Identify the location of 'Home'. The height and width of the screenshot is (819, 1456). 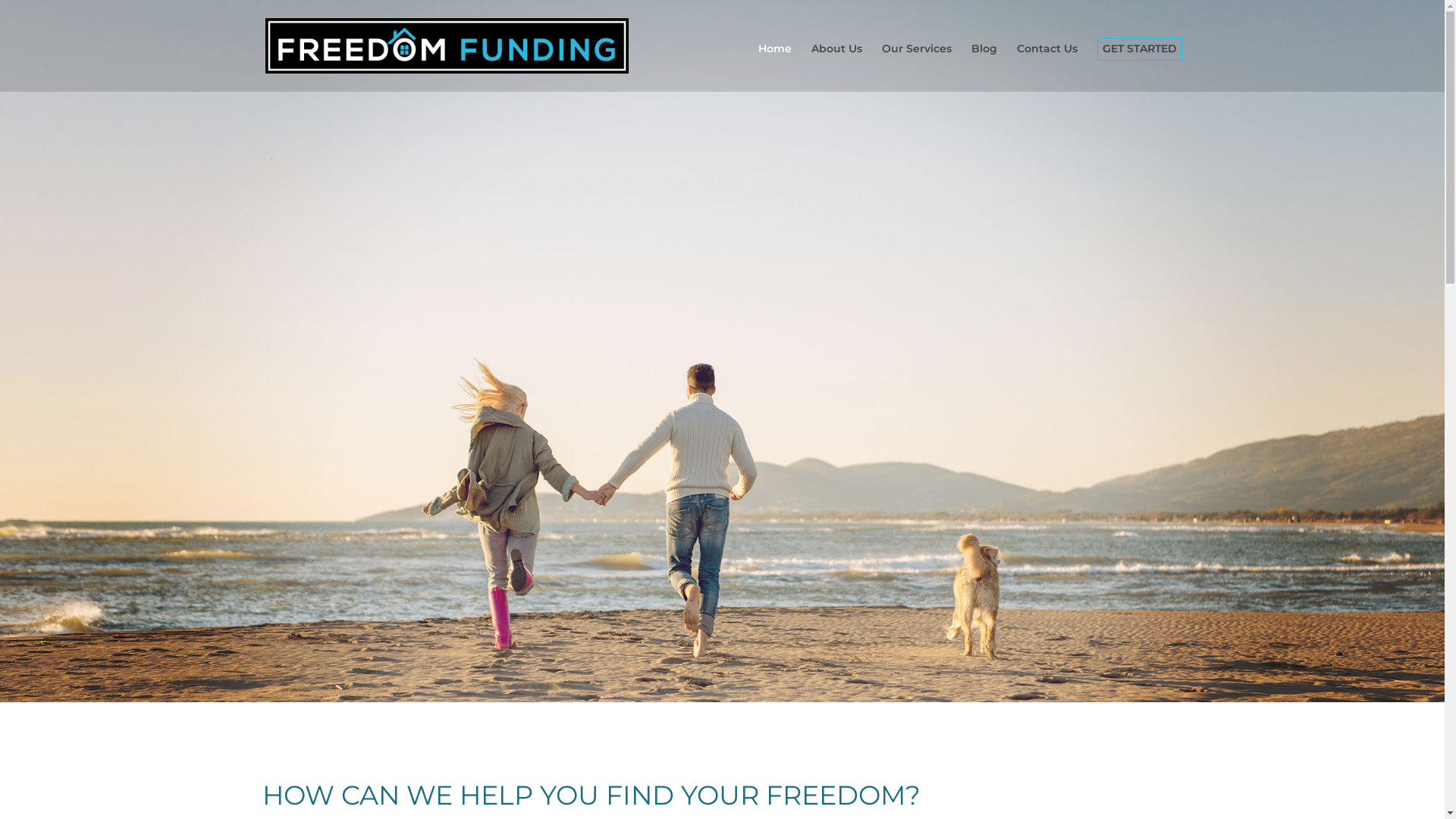
(775, 66).